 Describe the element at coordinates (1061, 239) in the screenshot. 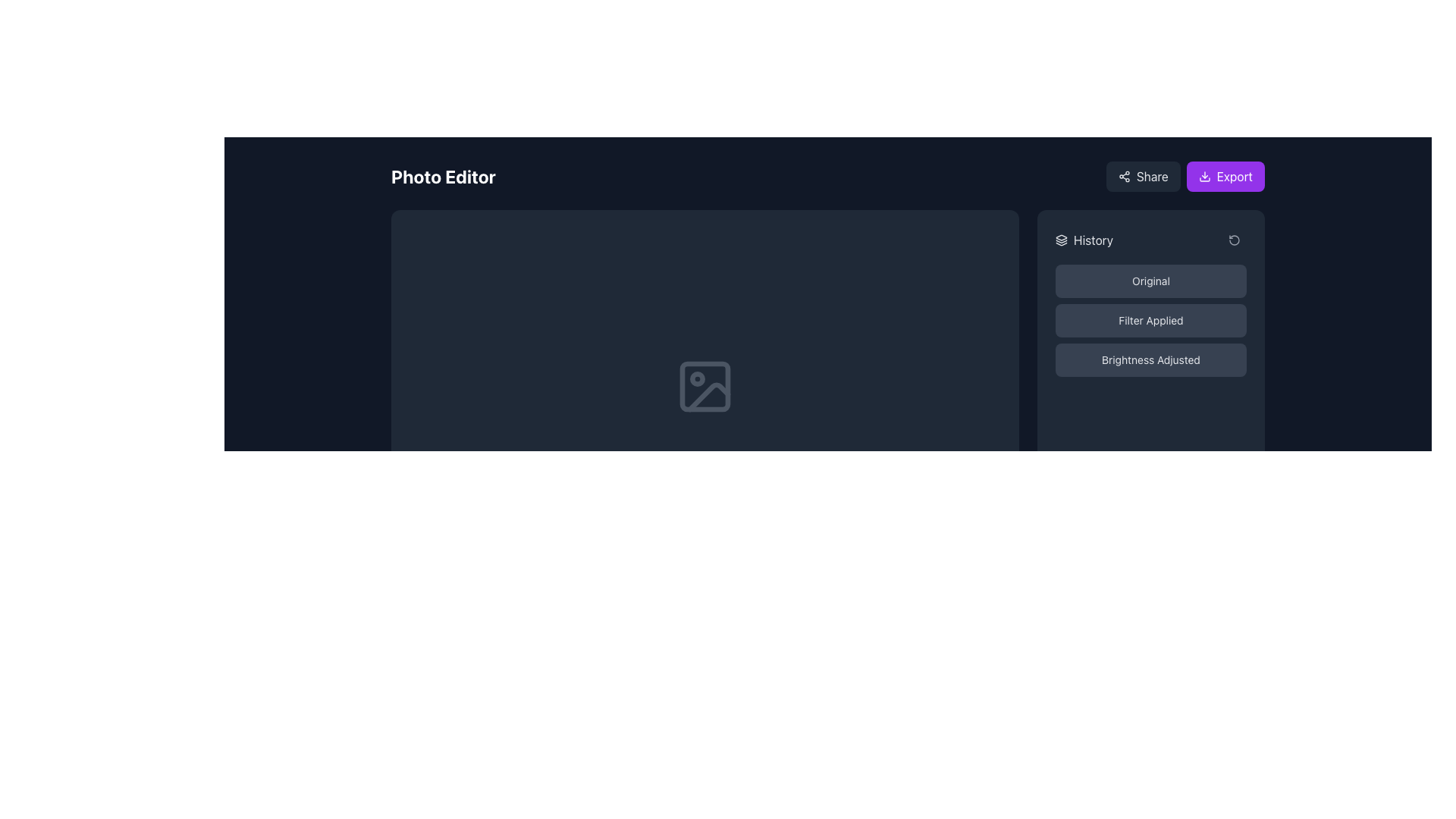

I see `the 'History' icon located in the top section of the 'History' panel, specifically to the left of the text label 'History'. This icon serves as a visual indicator for the 'History' section` at that location.